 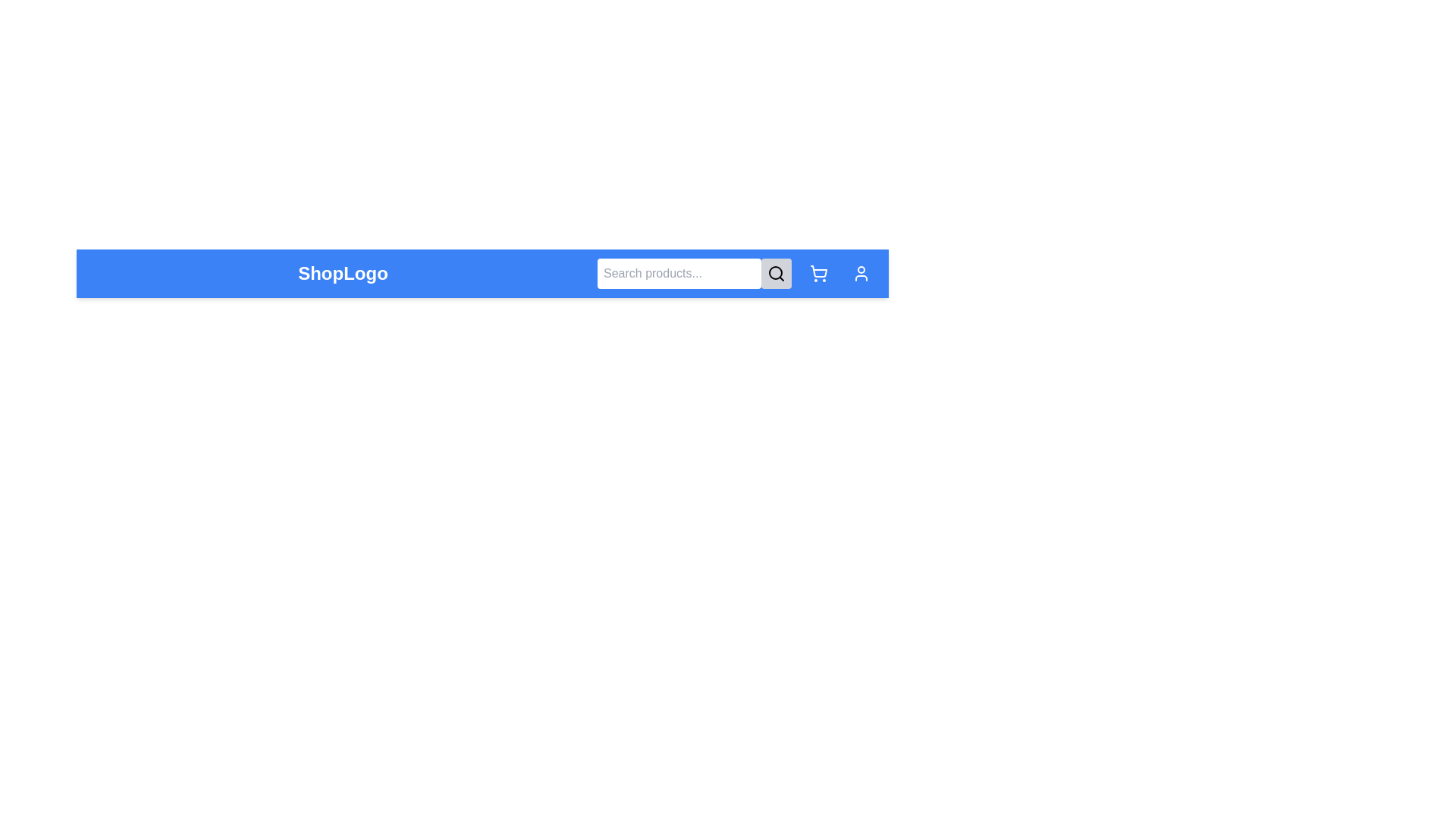 I want to click on the search button to toggle the search bar visibility, so click(x=776, y=274).